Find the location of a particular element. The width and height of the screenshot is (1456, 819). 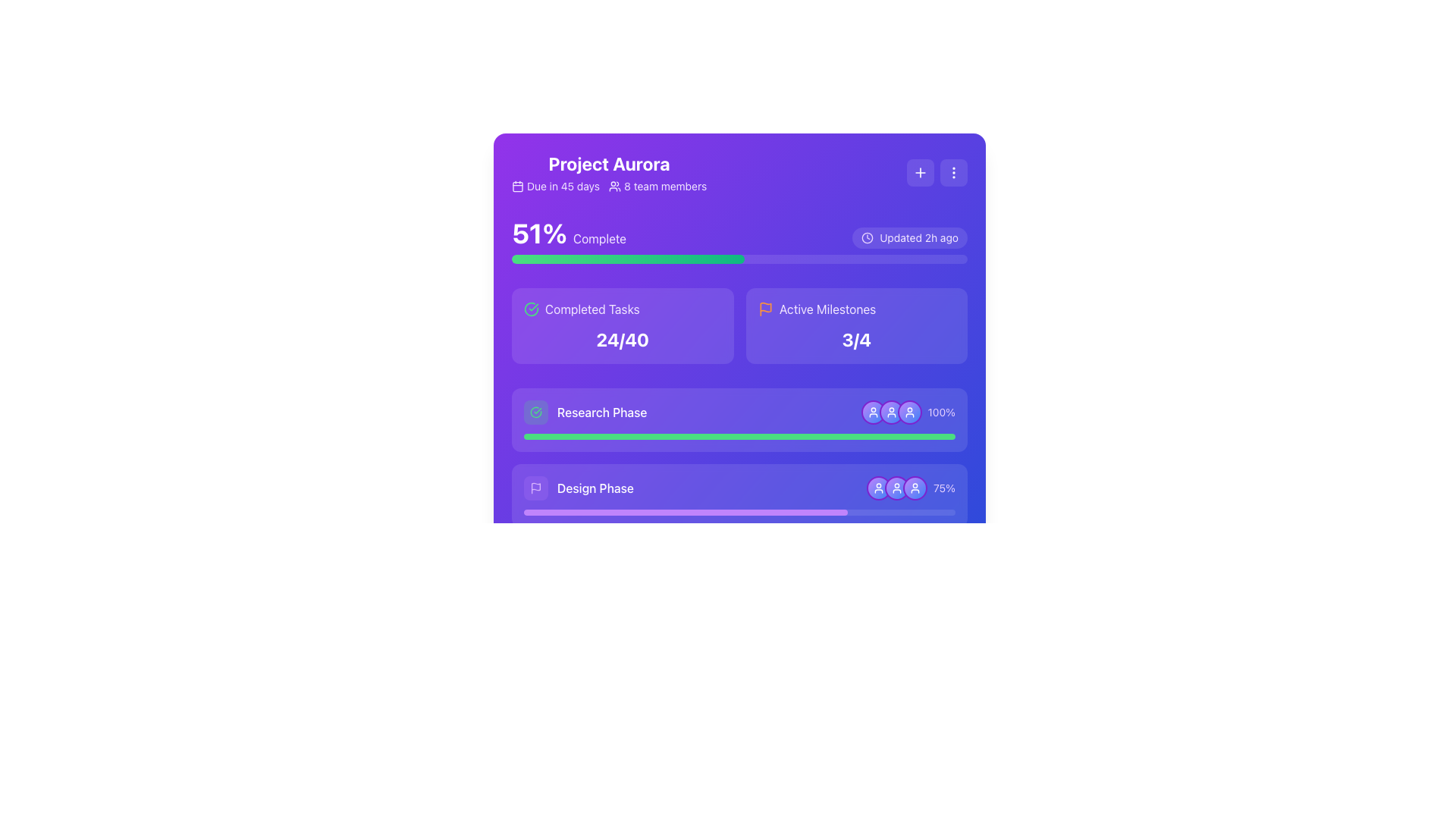

the flag-shaped icon located inside the 'Design Phase' rectangle, which is below the 'Research Phase' section is located at coordinates (535, 486).